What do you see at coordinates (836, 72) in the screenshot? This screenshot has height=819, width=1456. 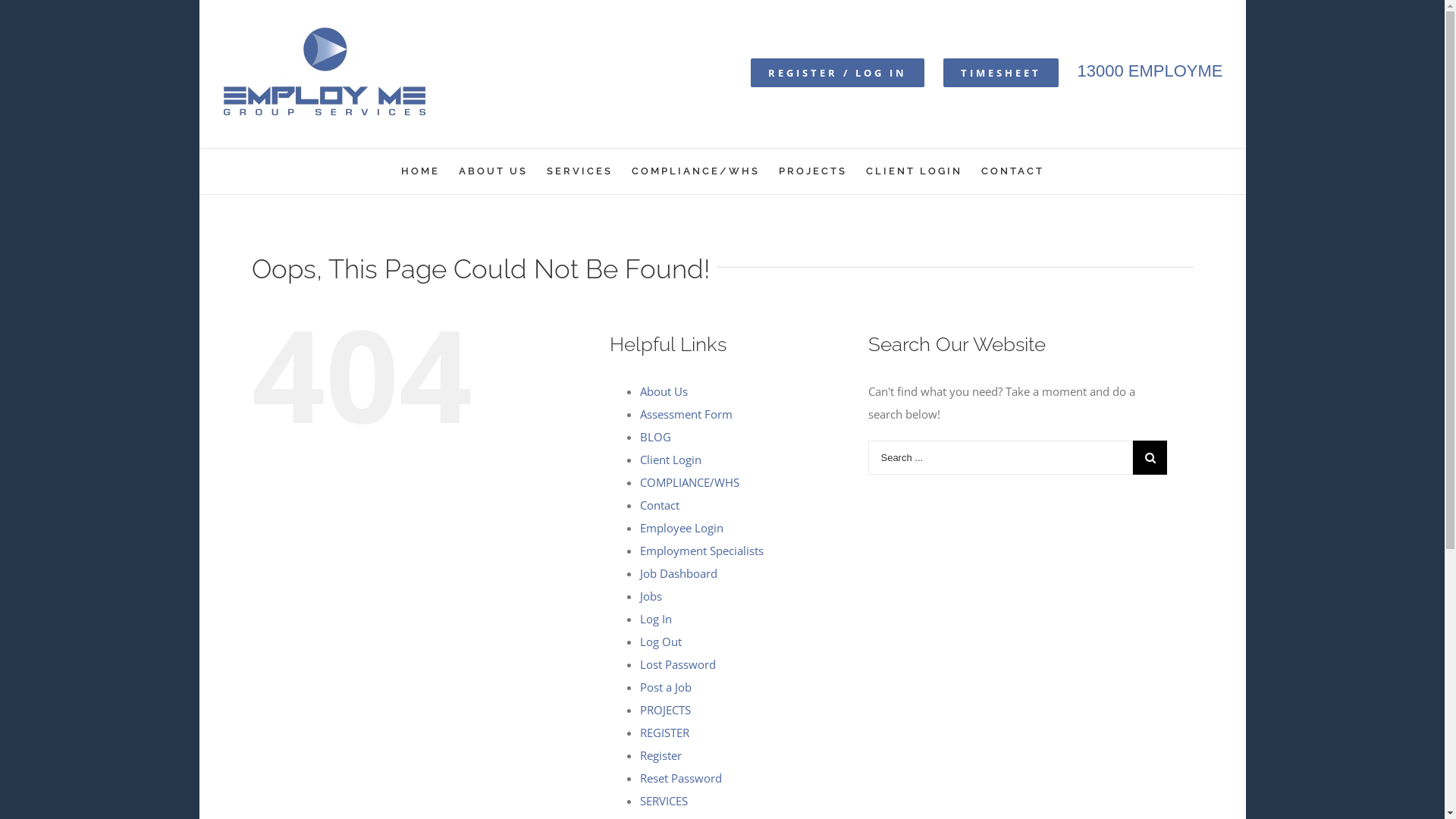 I see `'REGISTER / LOG IN'` at bounding box center [836, 72].